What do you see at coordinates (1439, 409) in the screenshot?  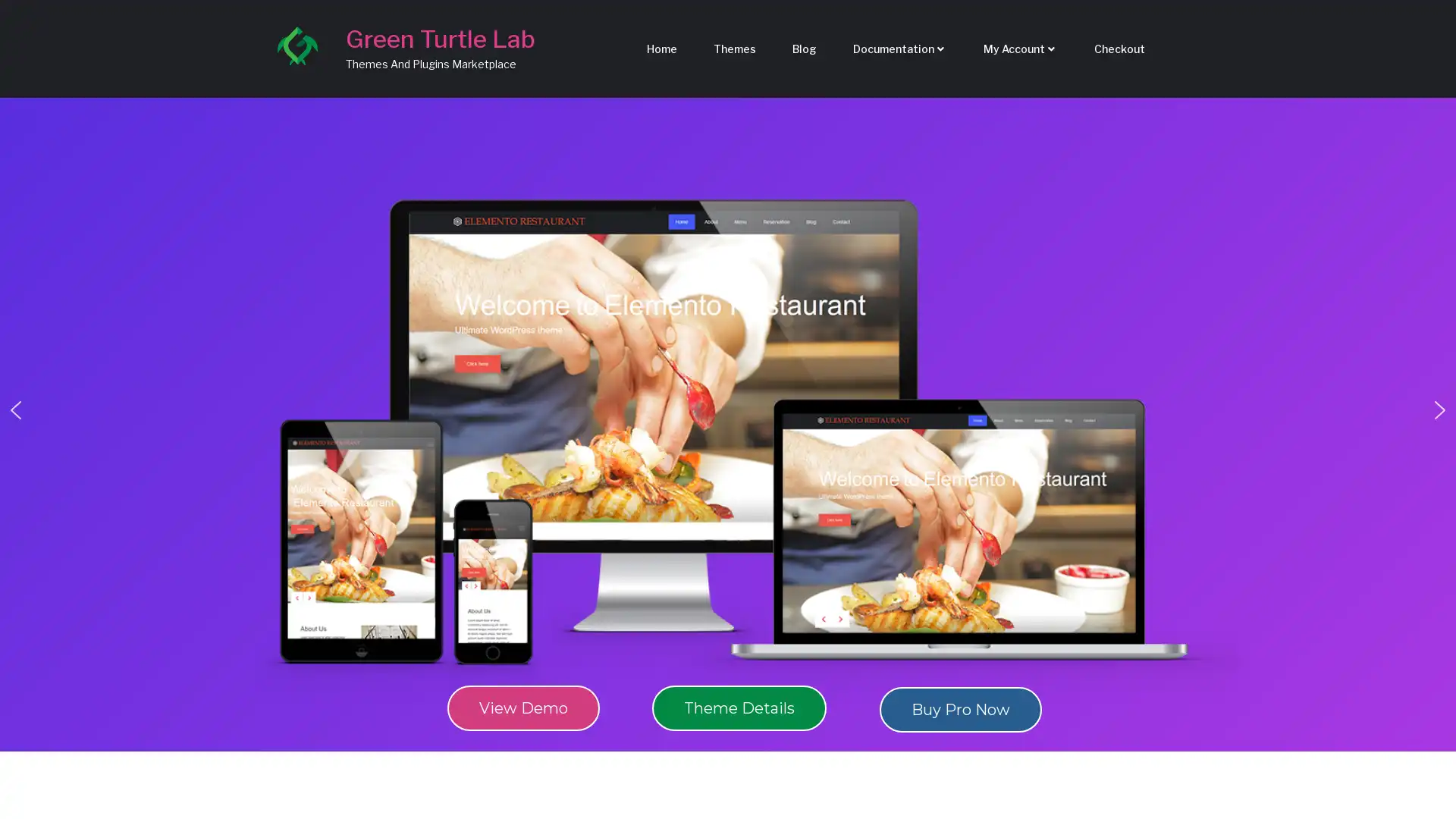 I see `next arrow` at bounding box center [1439, 409].